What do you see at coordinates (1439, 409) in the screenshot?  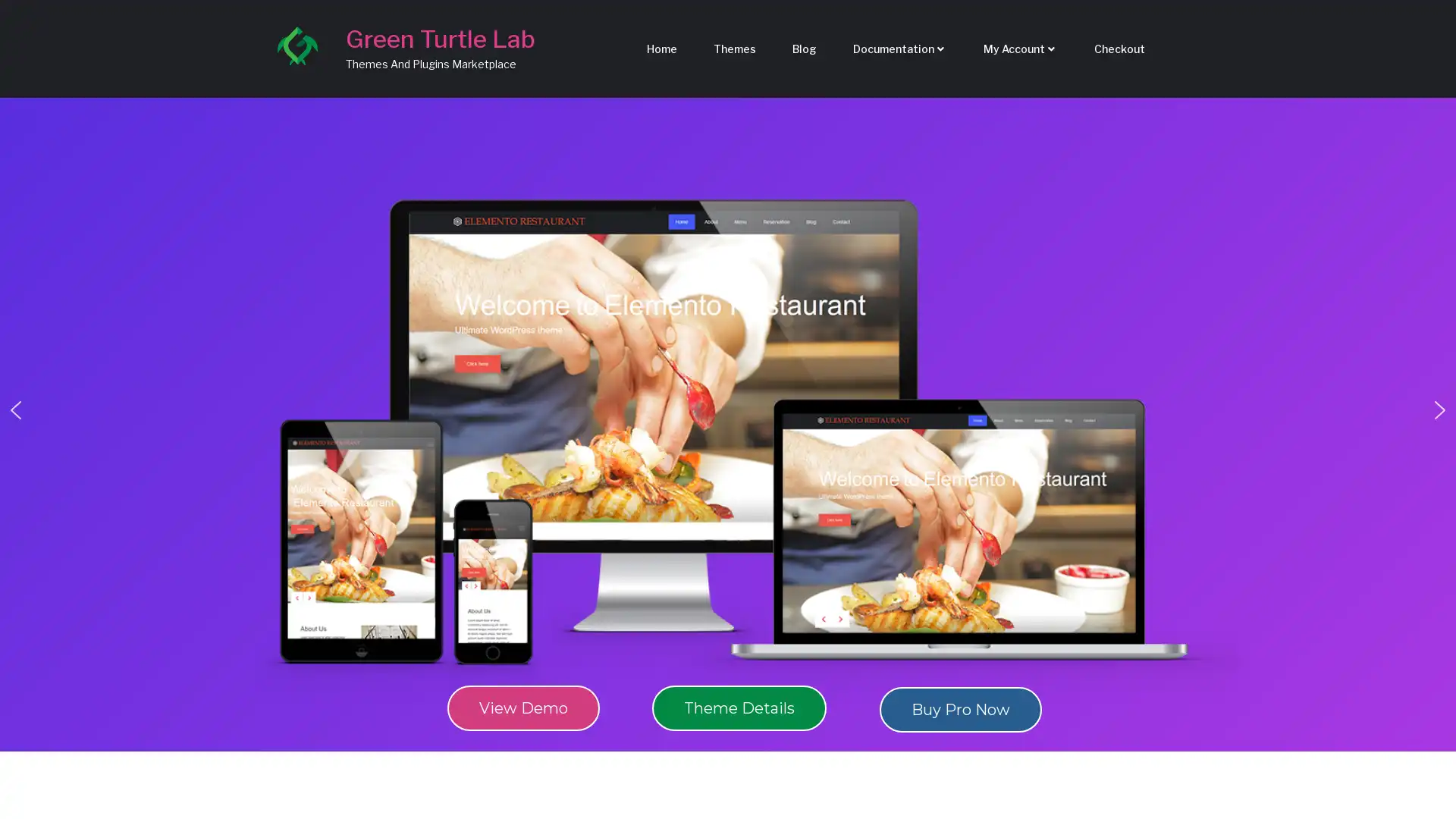 I see `next arrow` at bounding box center [1439, 409].